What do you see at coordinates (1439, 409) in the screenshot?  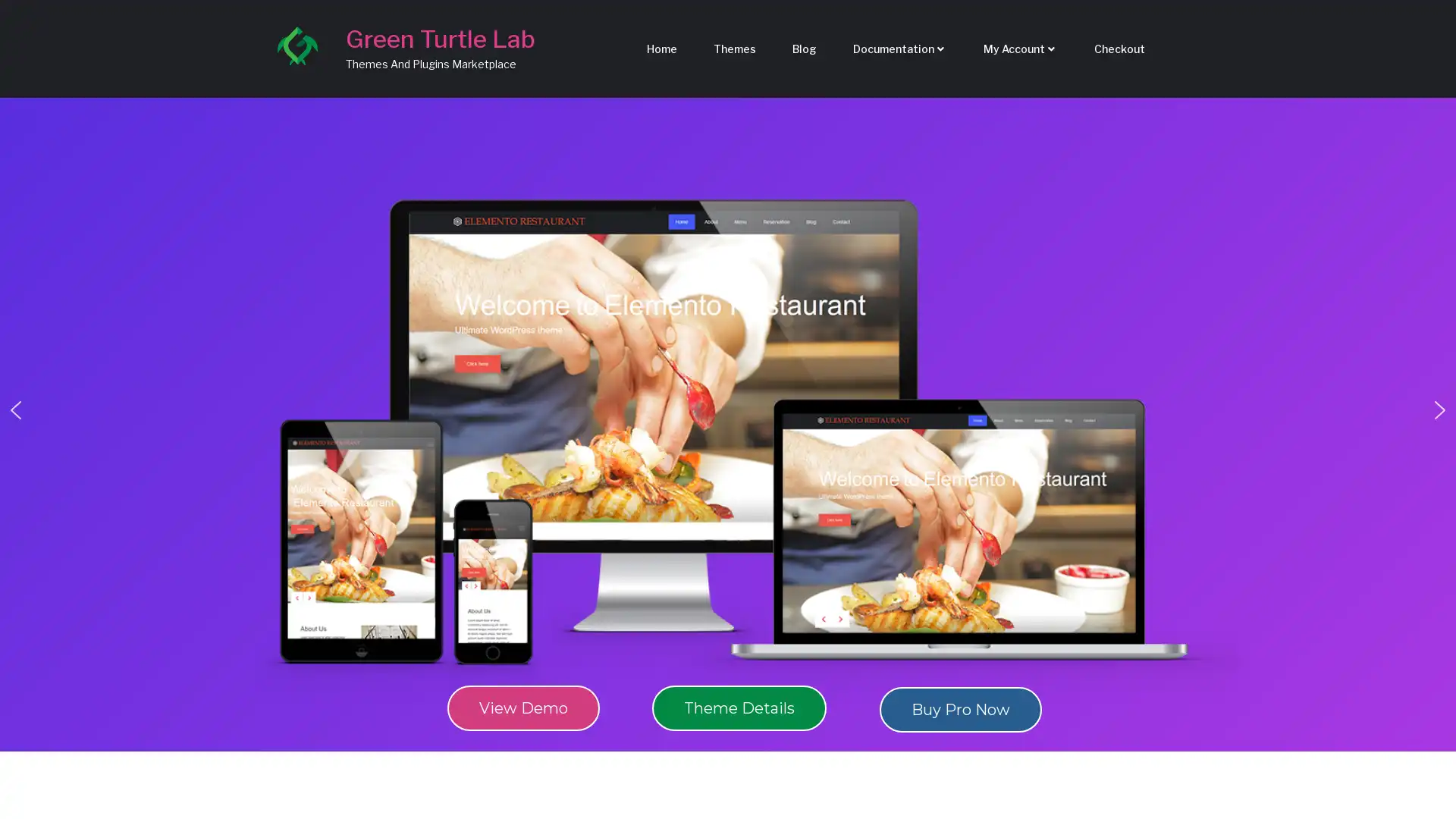 I see `next arrow` at bounding box center [1439, 409].